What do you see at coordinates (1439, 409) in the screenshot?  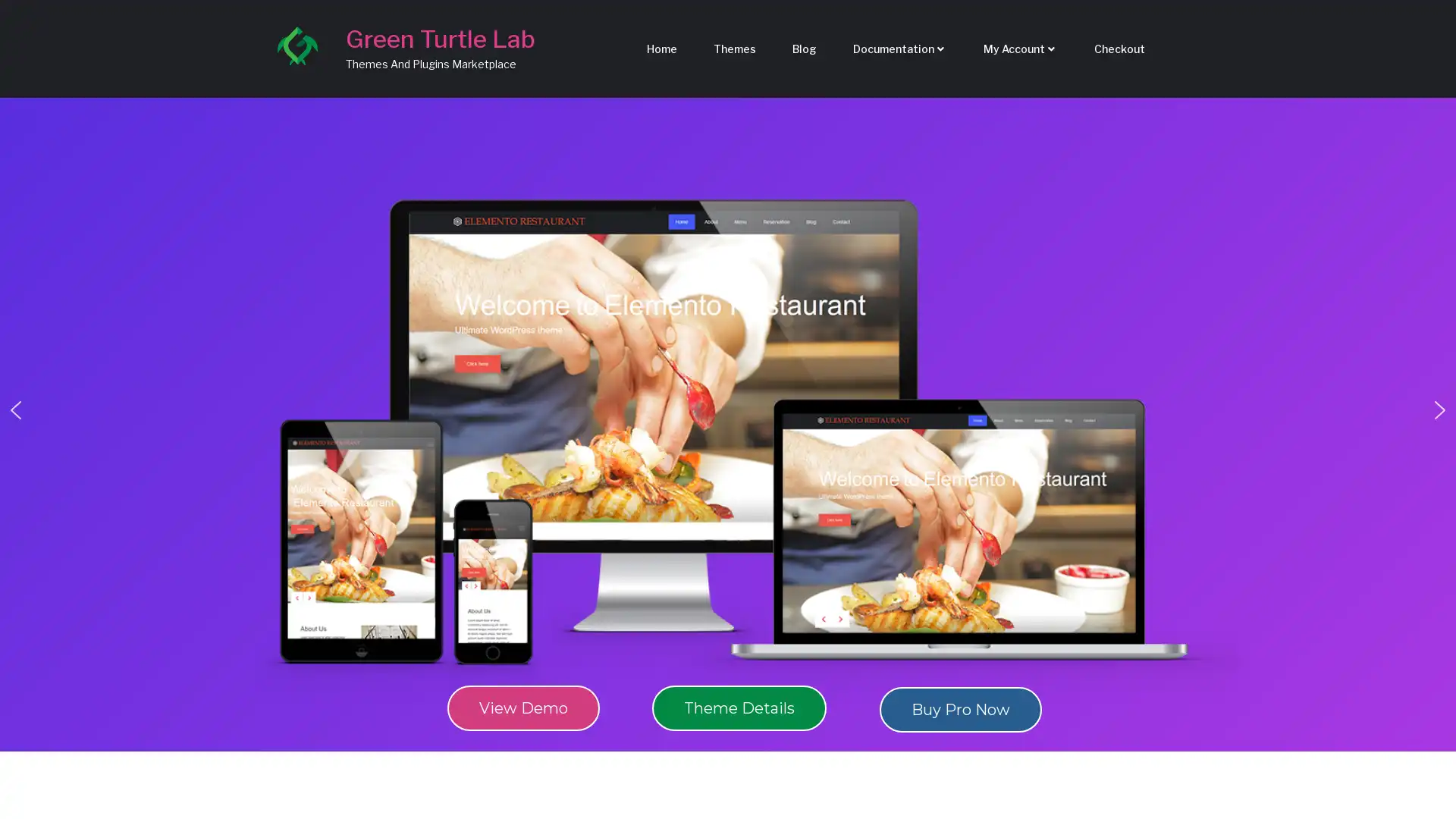 I see `next arrow` at bounding box center [1439, 409].